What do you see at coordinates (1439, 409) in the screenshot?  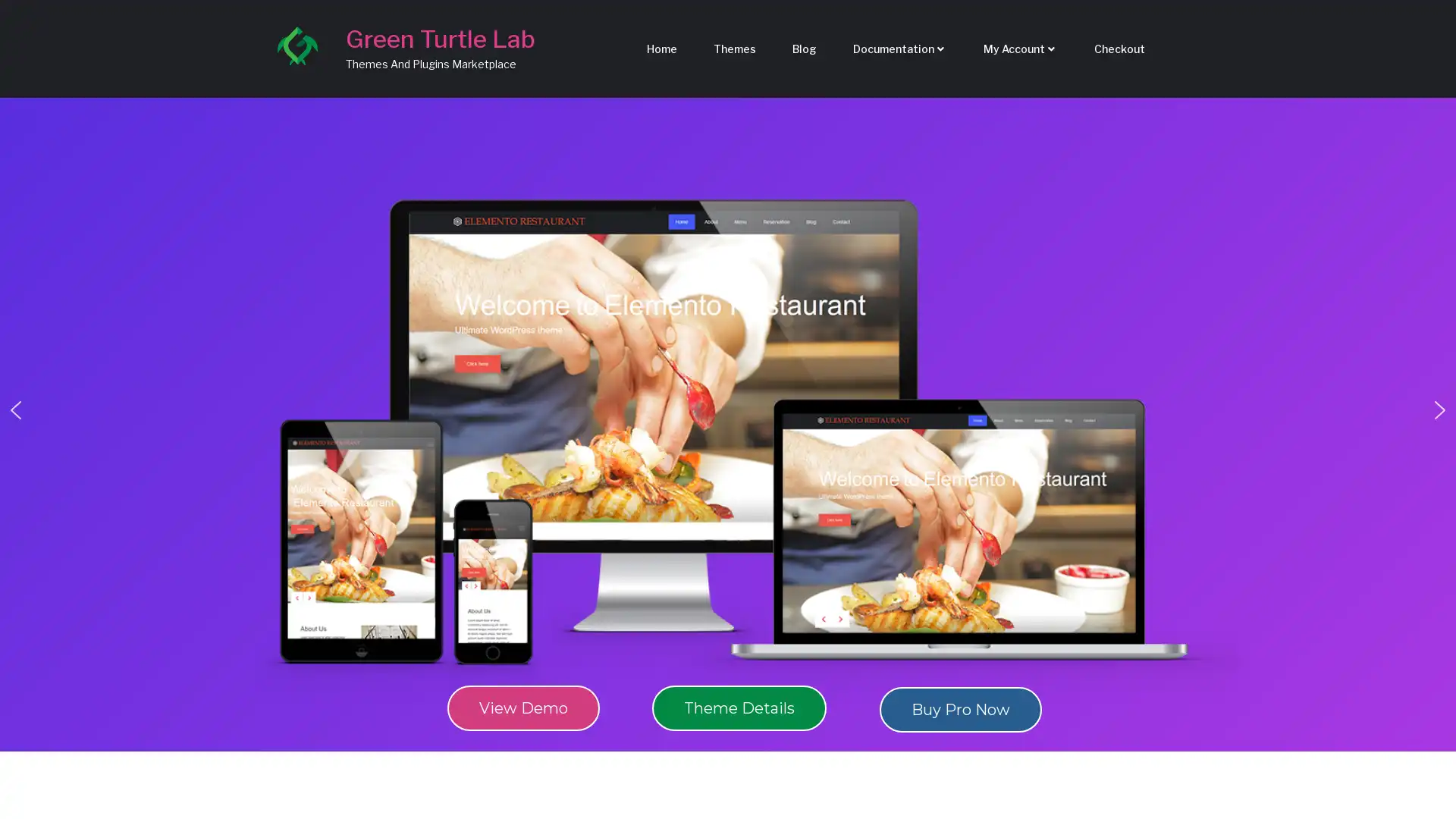 I see `next arrow` at bounding box center [1439, 409].